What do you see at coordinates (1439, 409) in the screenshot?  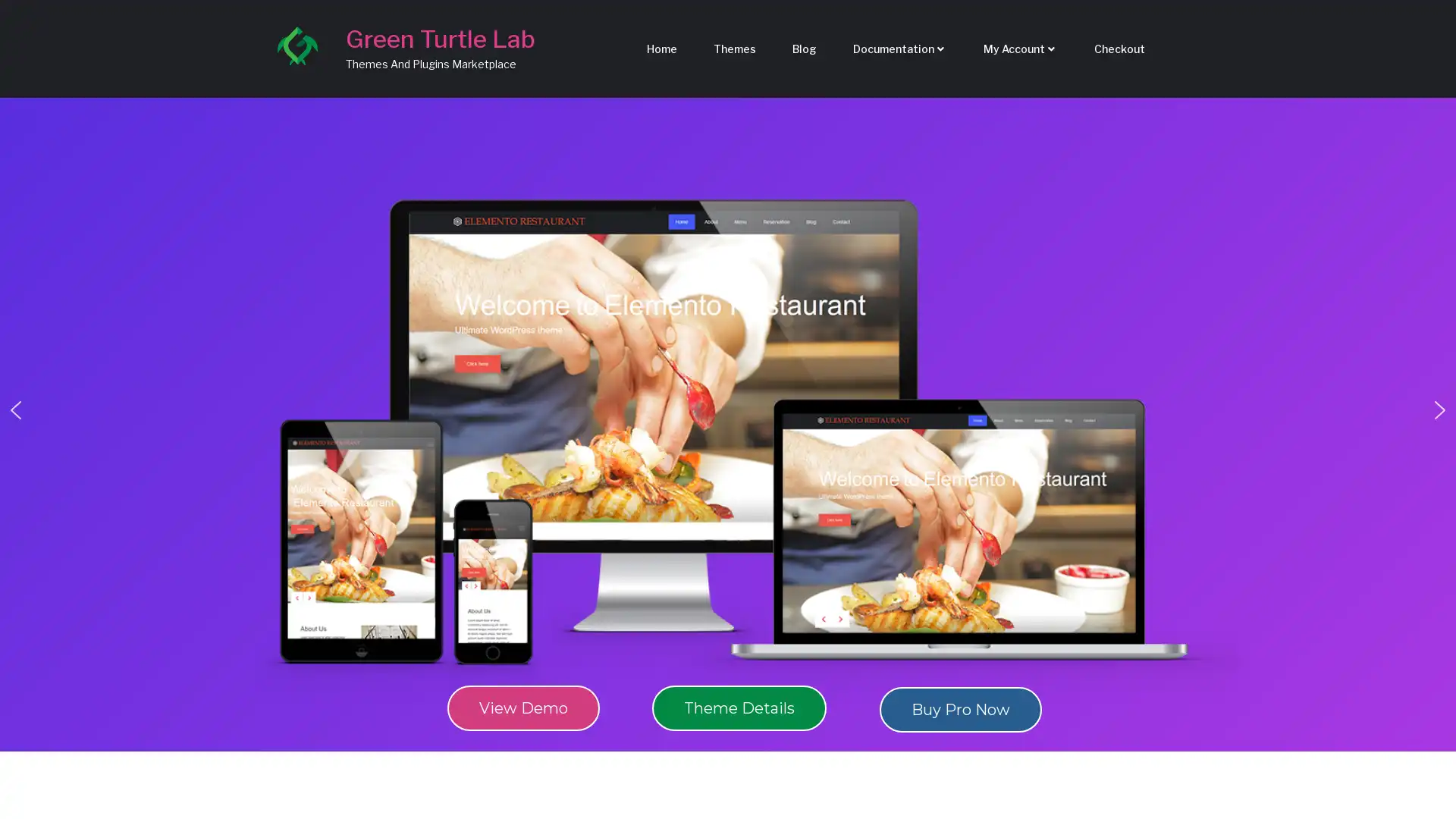 I see `next arrow` at bounding box center [1439, 409].